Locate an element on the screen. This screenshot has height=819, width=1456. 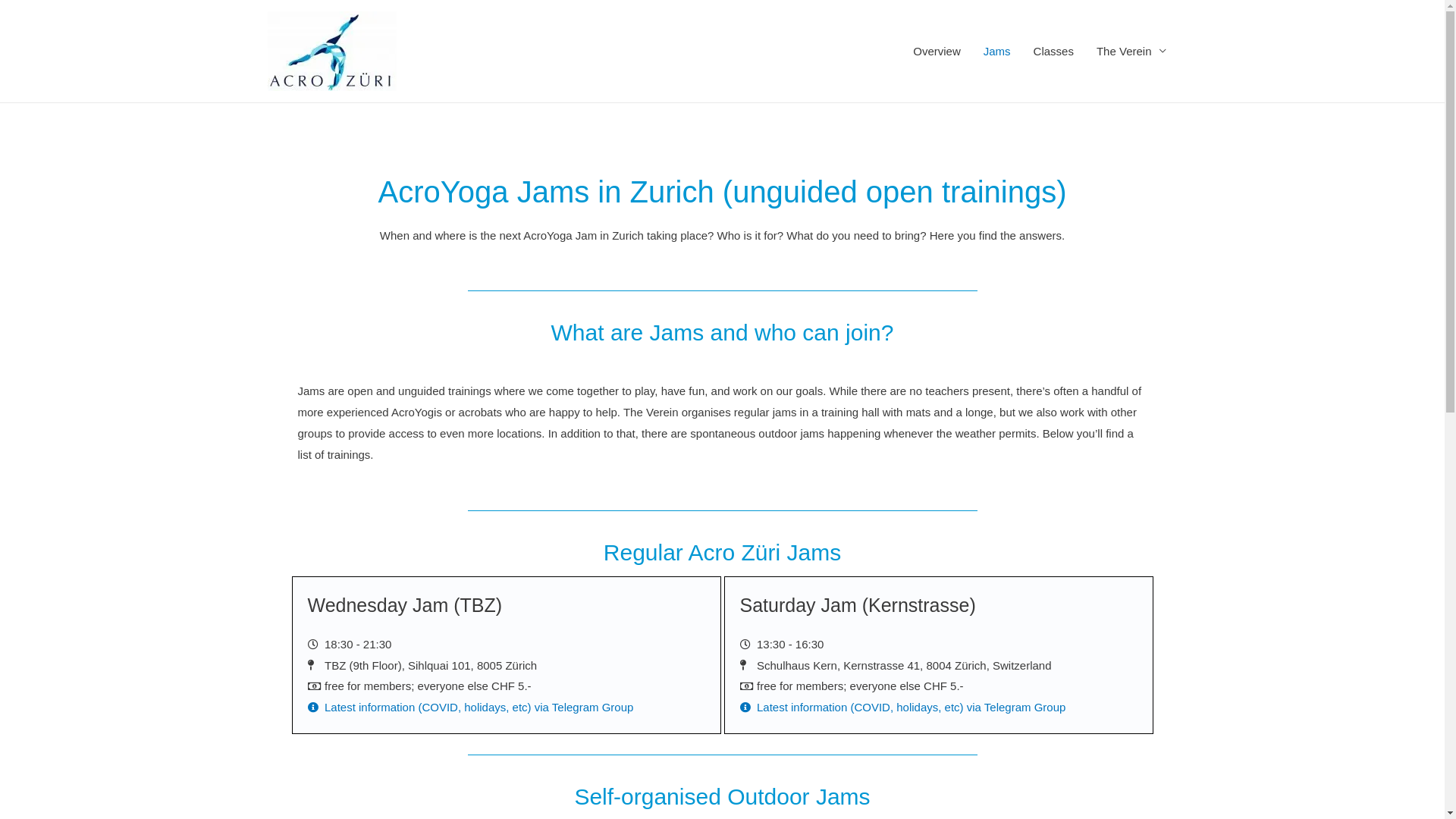
'Overview' is located at coordinates (936, 50).